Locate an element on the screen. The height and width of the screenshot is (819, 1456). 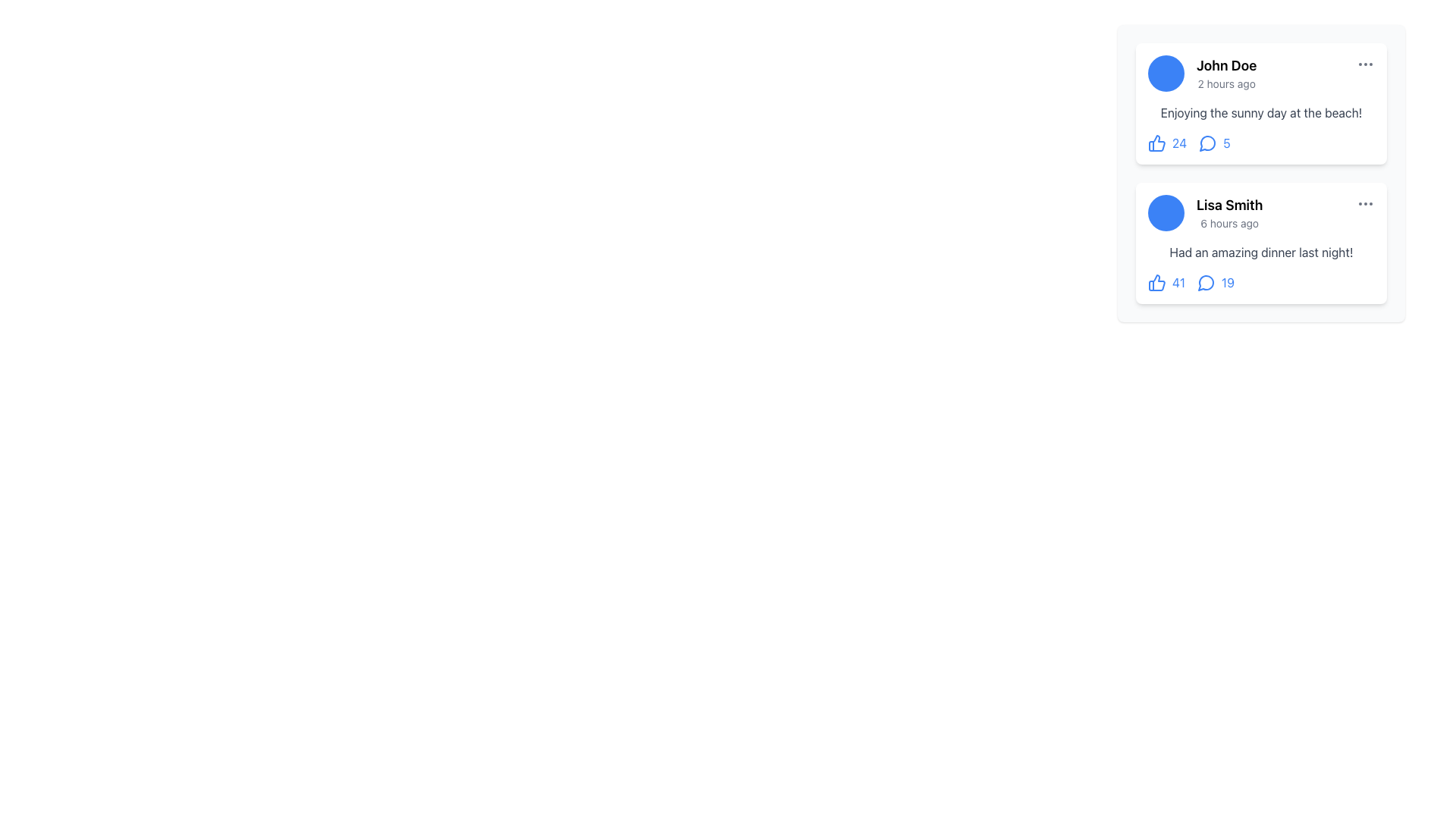
the username 'Lisa Smith' in the header of the second post is located at coordinates (1261, 213).